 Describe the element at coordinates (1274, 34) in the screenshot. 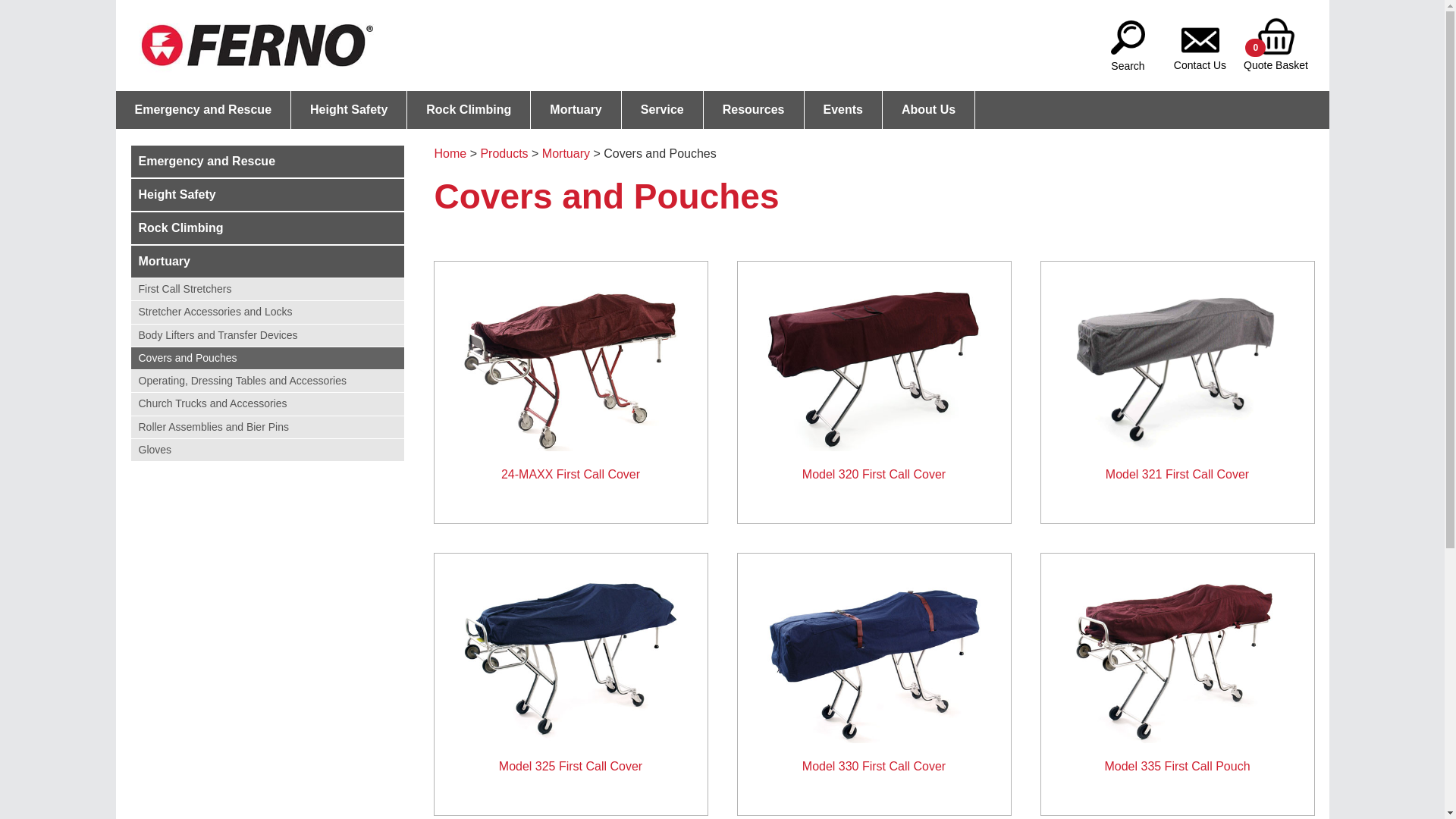

I see `'Quote Basket'` at that location.